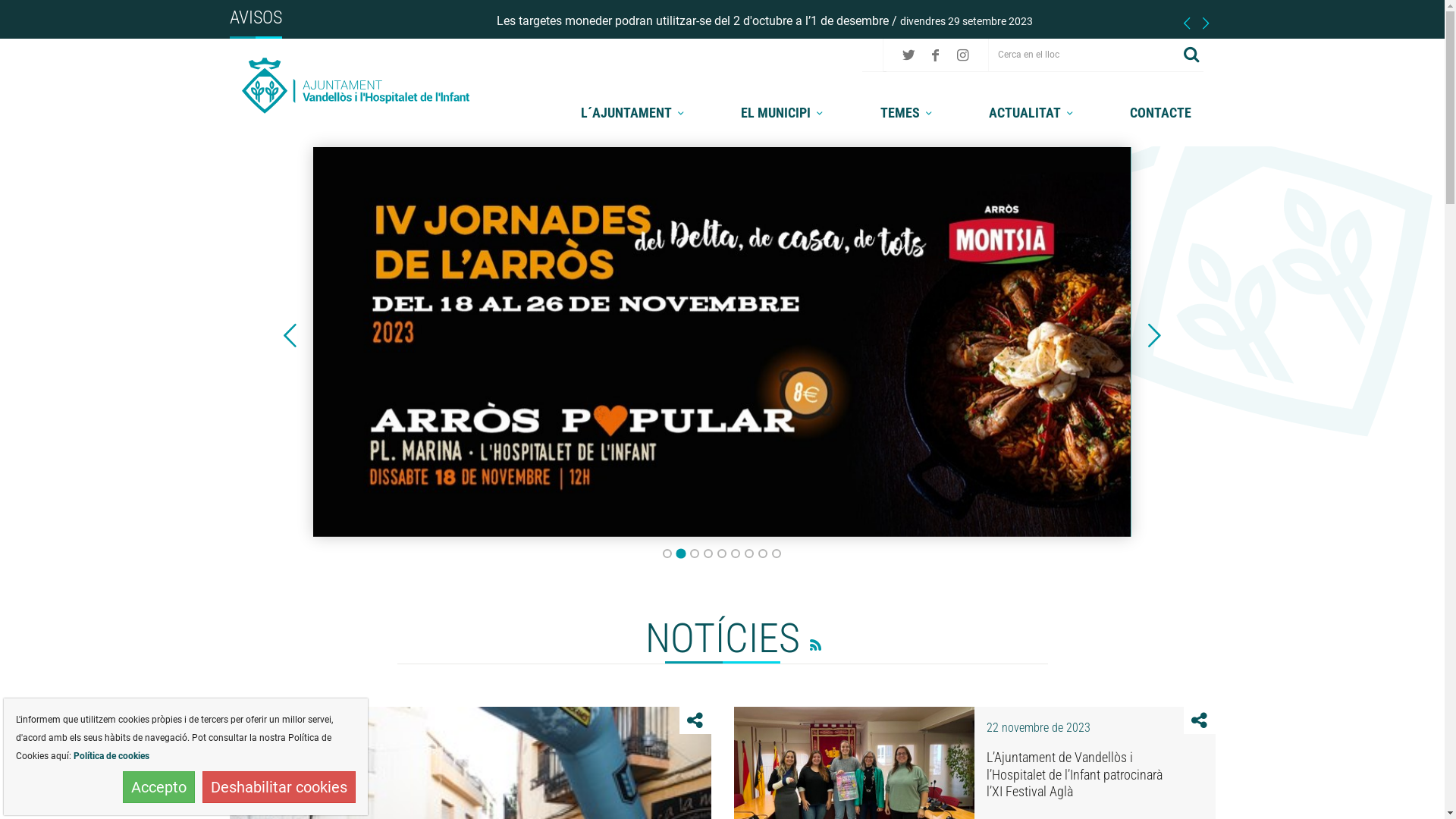 This screenshot has height=819, width=1456. Describe the element at coordinates (735, 553) in the screenshot. I see `'6'` at that location.